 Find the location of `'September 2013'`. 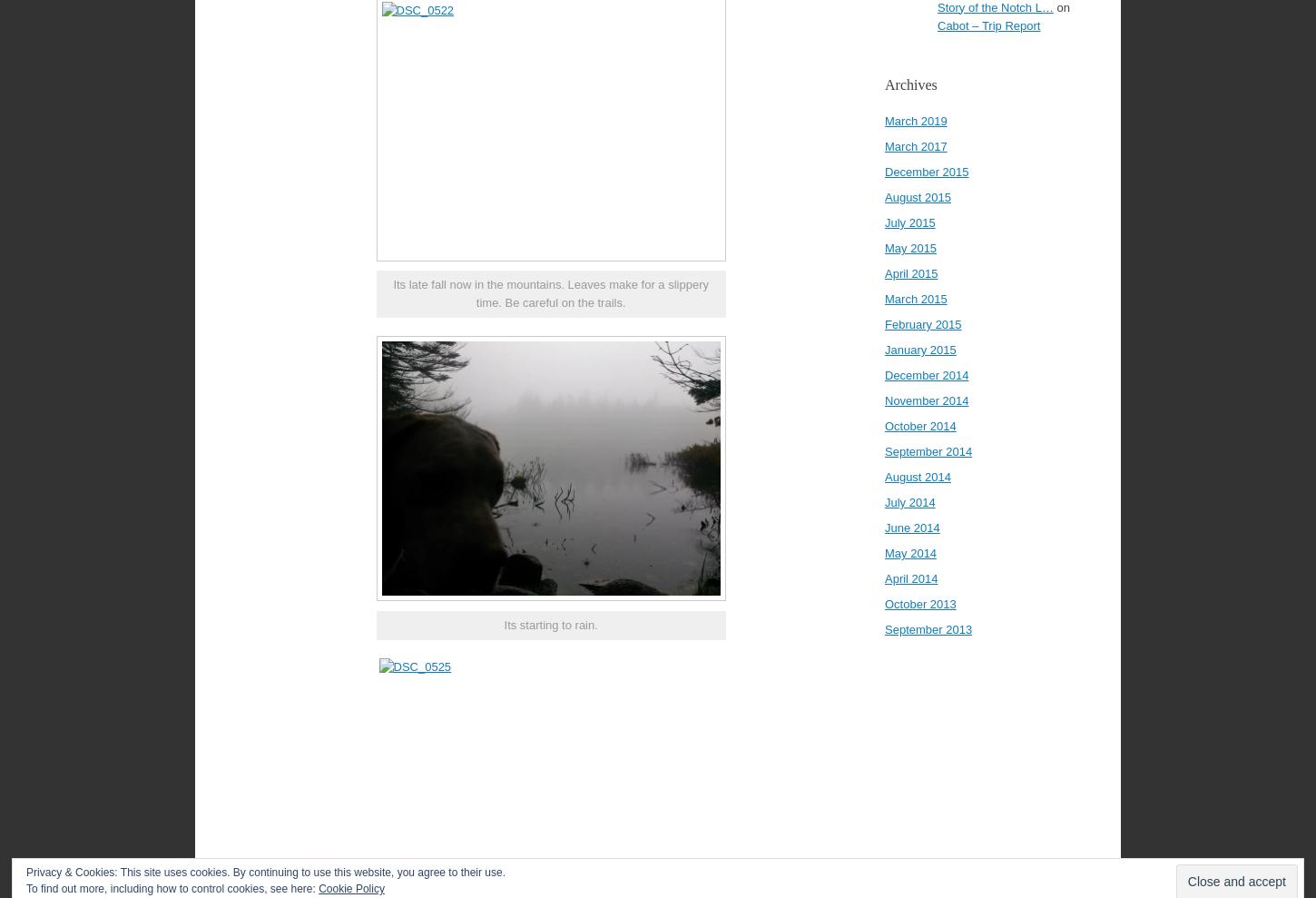

'September 2013' is located at coordinates (928, 628).